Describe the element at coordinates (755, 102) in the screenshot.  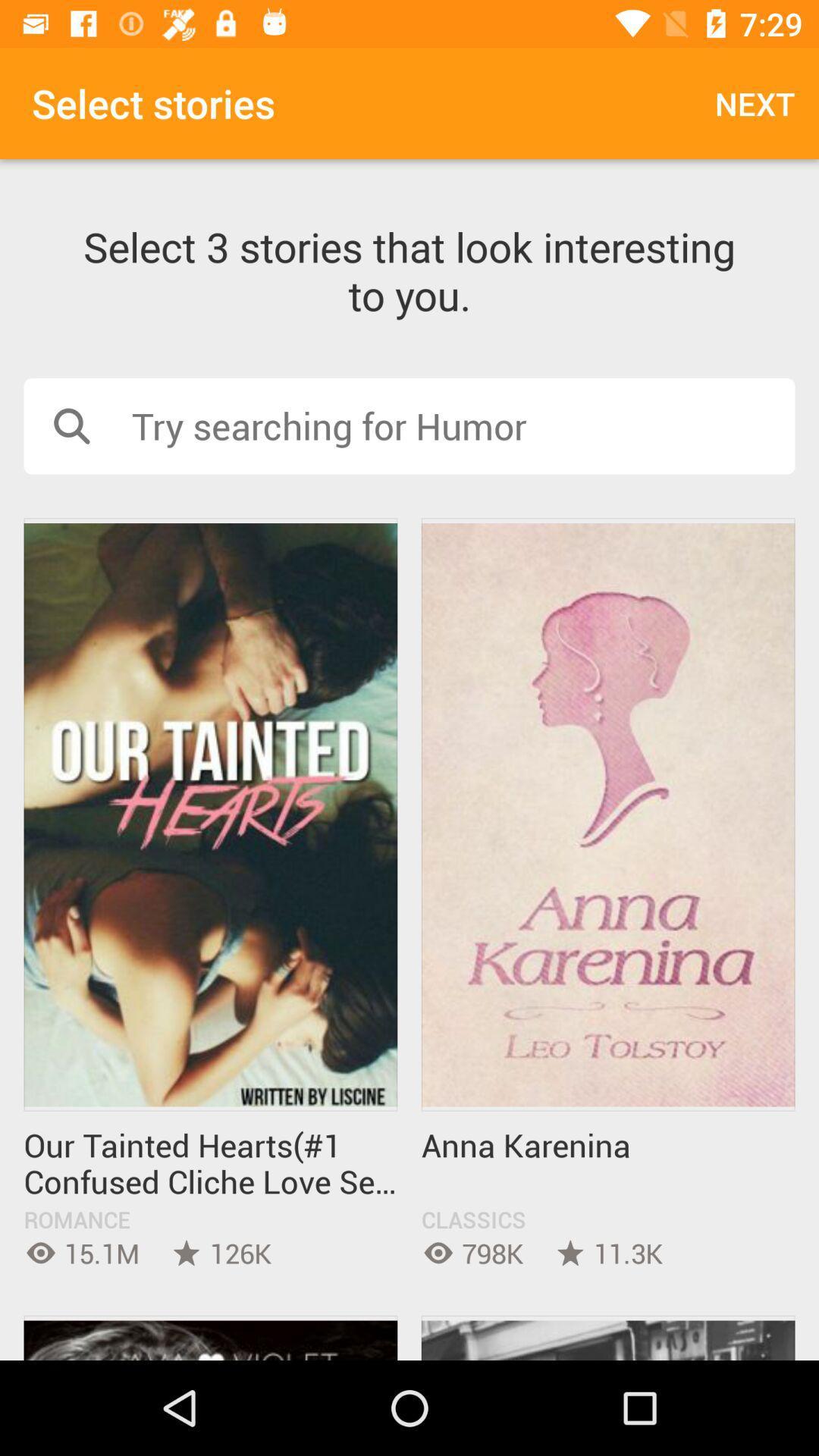
I see `next icon` at that location.